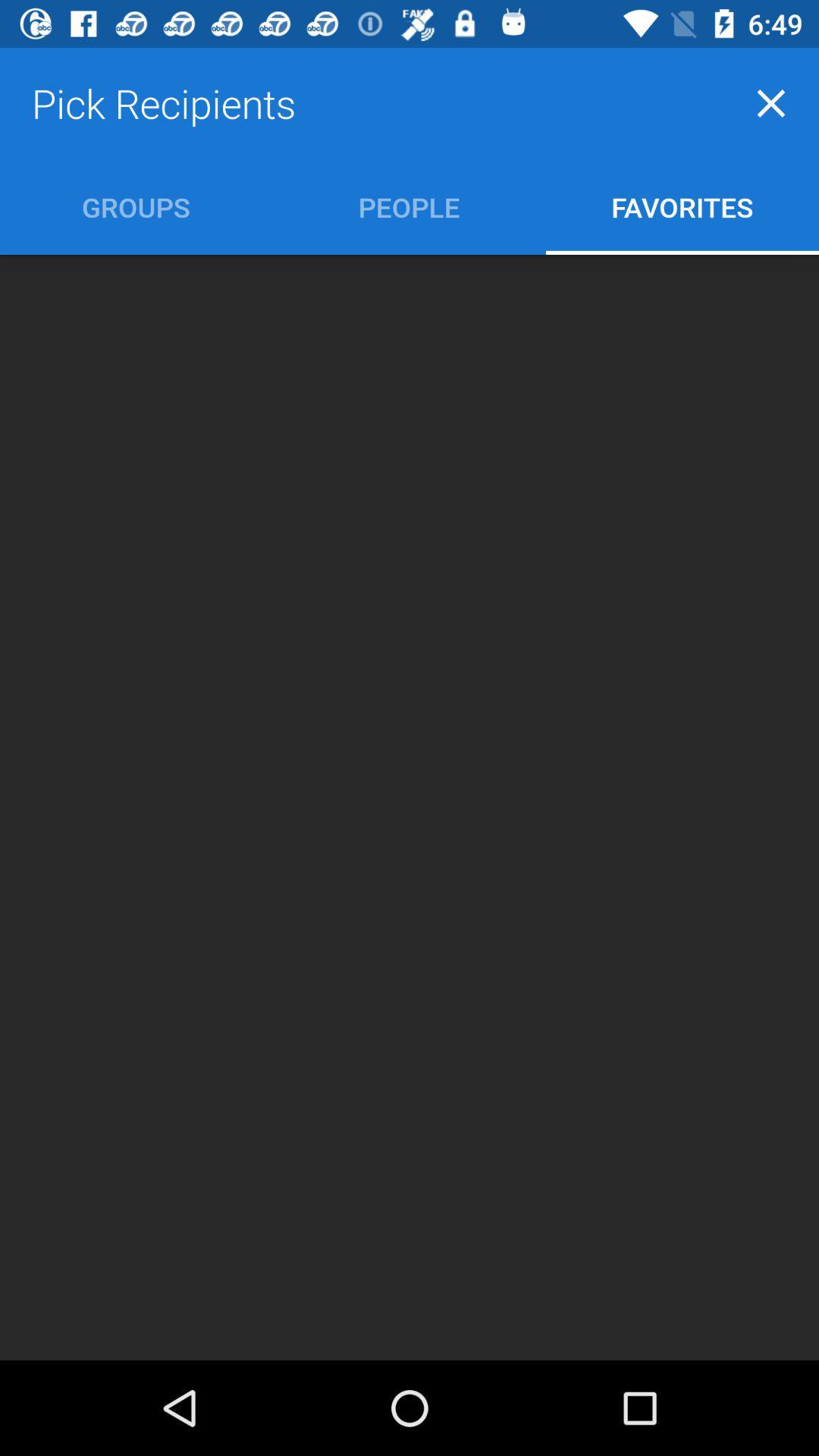  Describe the element at coordinates (408, 206) in the screenshot. I see `people icon` at that location.